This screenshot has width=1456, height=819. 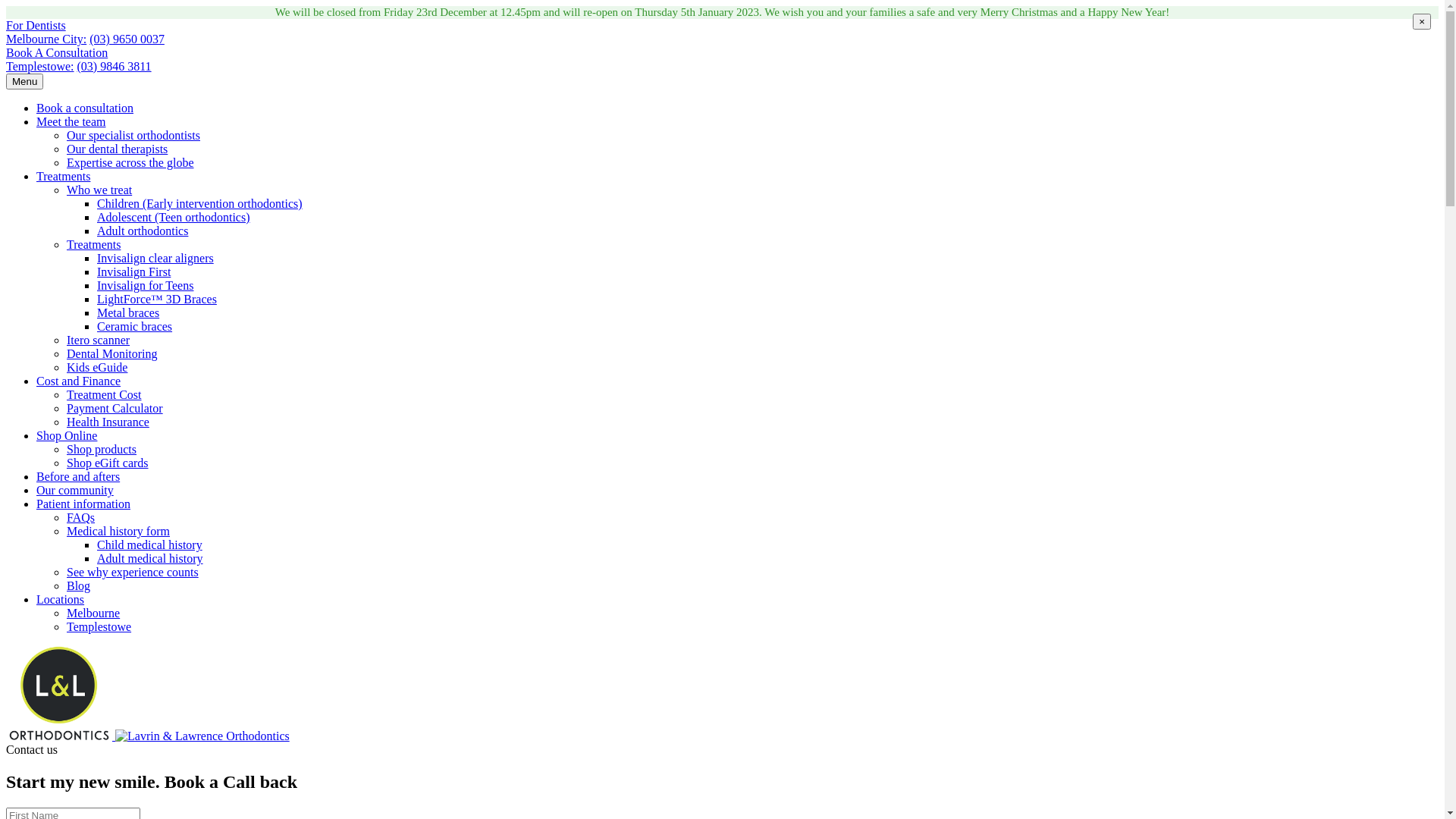 I want to click on 'Our specialist orthodontists', so click(x=133, y=134).